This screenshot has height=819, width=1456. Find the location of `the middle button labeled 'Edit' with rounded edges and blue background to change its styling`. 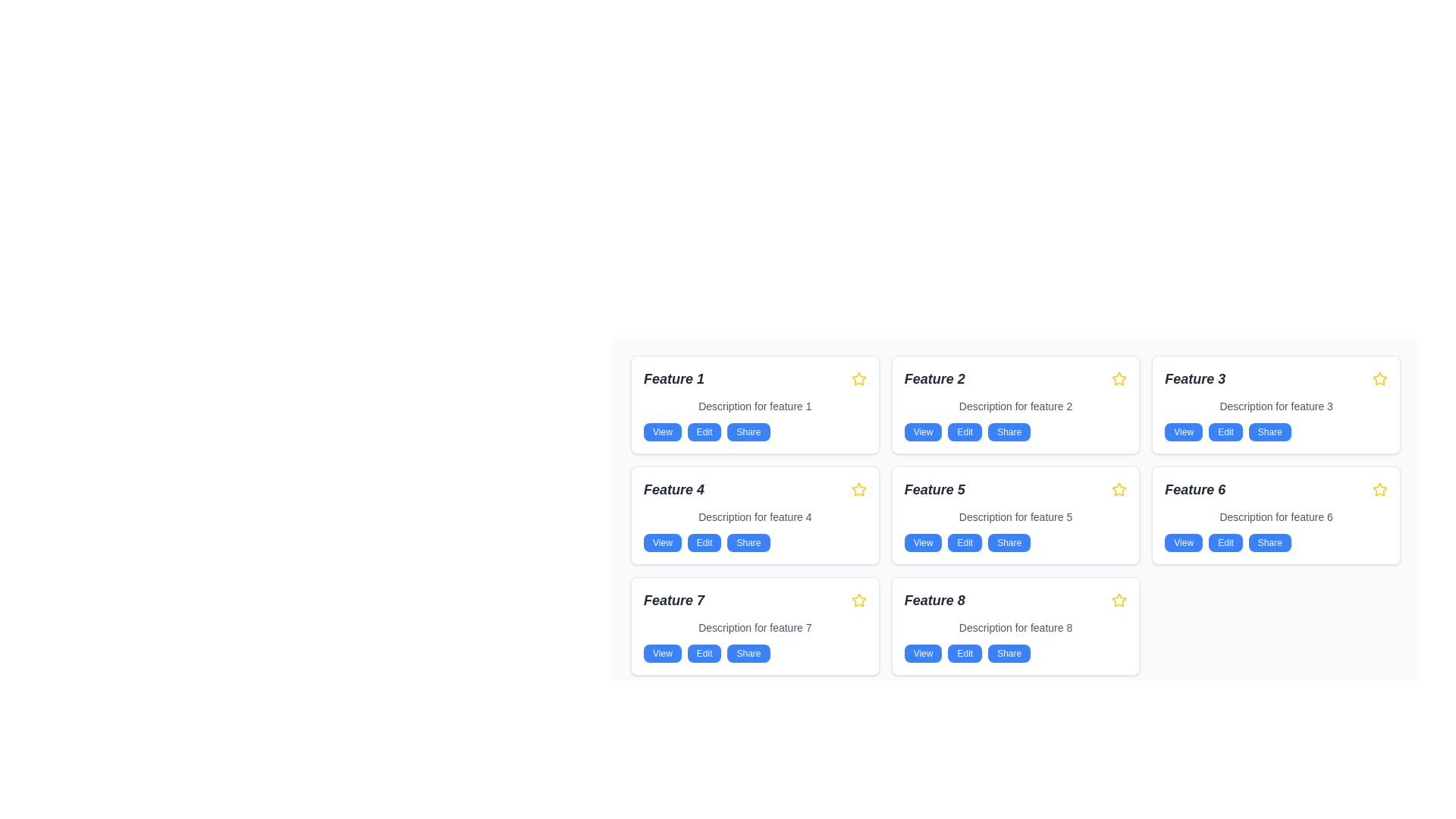

the middle button labeled 'Edit' with rounded edges and blue background to change its styling is located at coordinates (964, 542).